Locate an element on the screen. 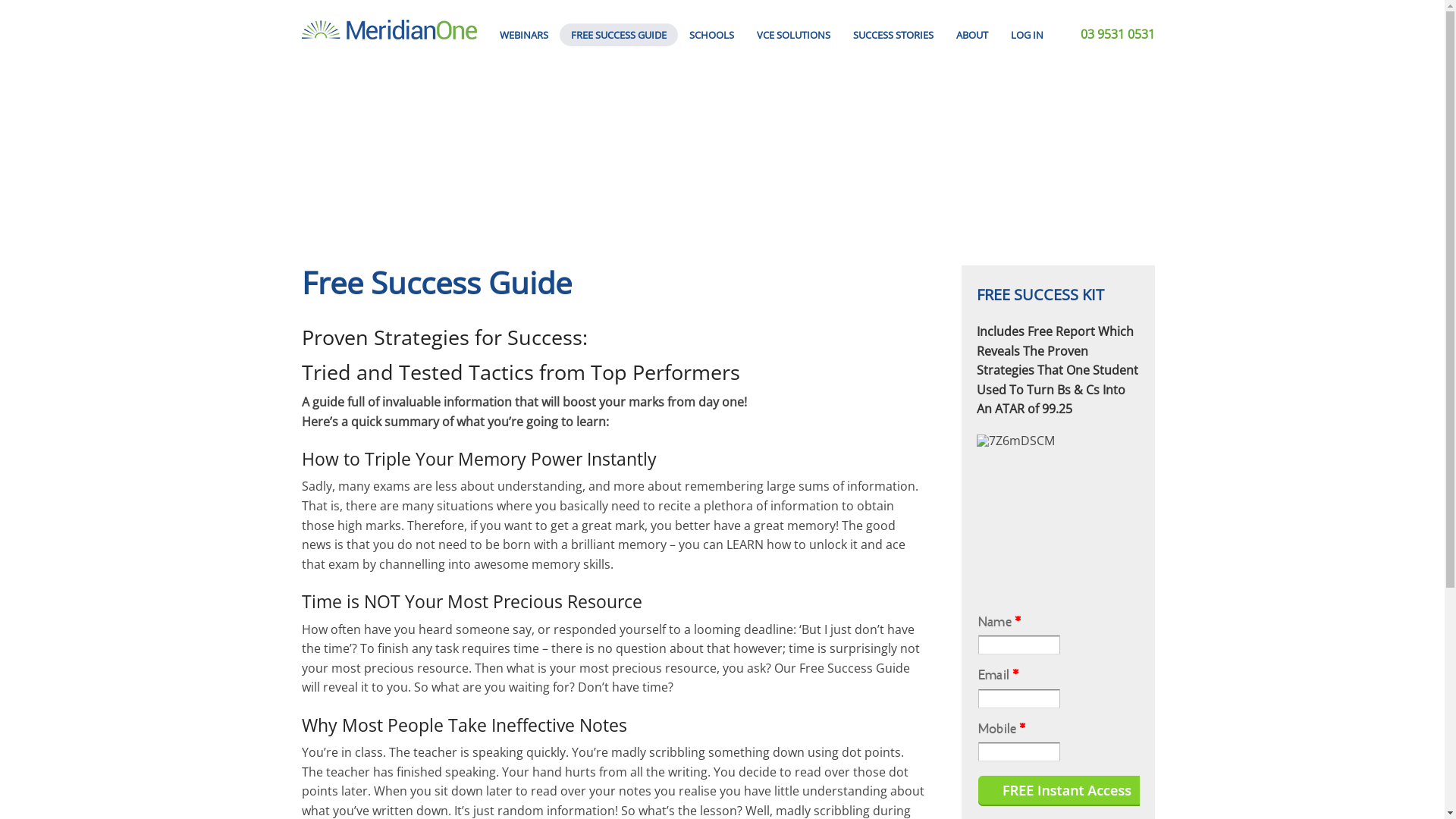 The height and width of the screenshot is (819, 1456). 'WEBINARS' is located at coordinates (524, 34).